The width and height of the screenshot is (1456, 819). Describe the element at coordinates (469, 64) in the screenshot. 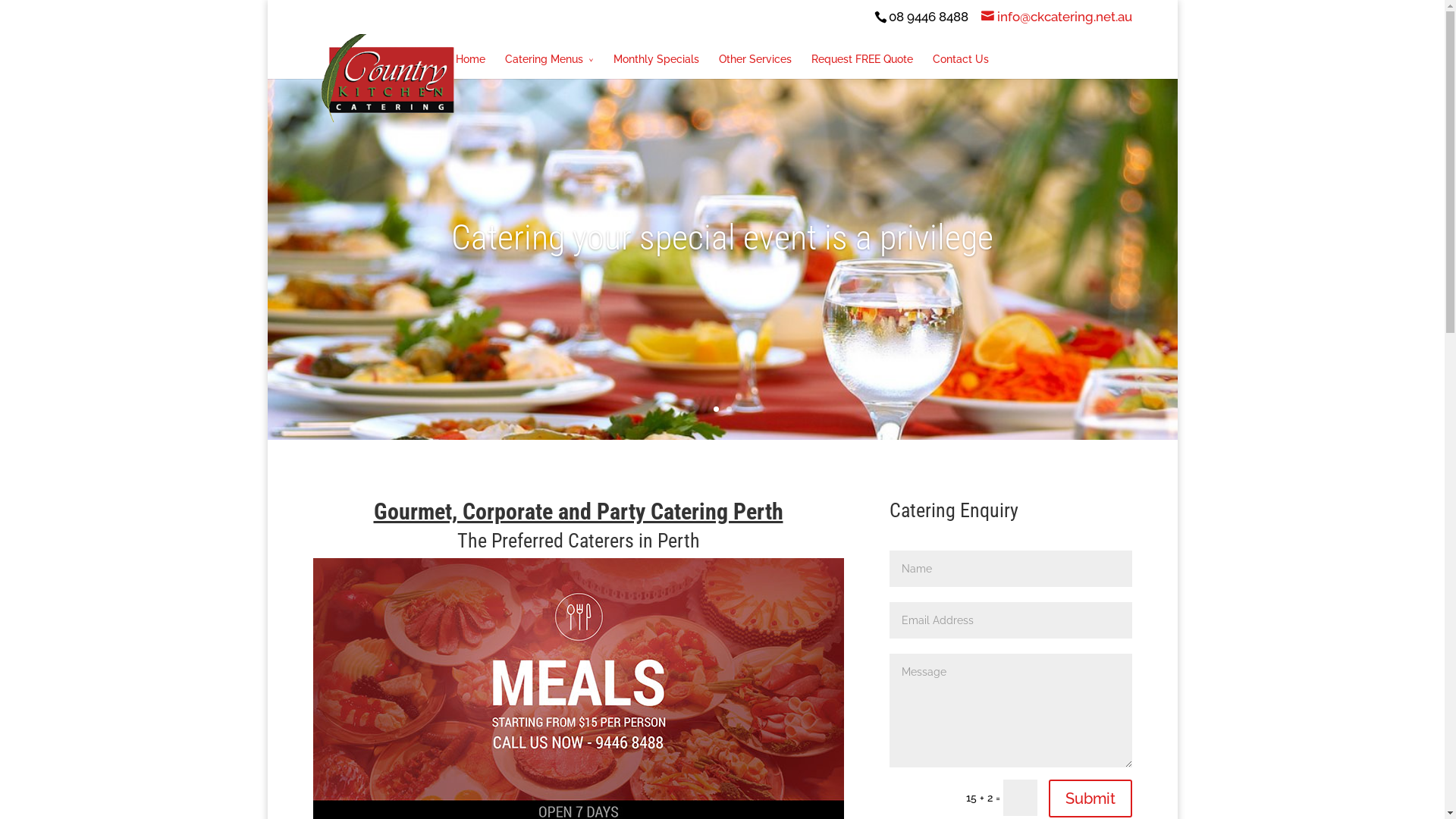

I see `'Home'` at that location.